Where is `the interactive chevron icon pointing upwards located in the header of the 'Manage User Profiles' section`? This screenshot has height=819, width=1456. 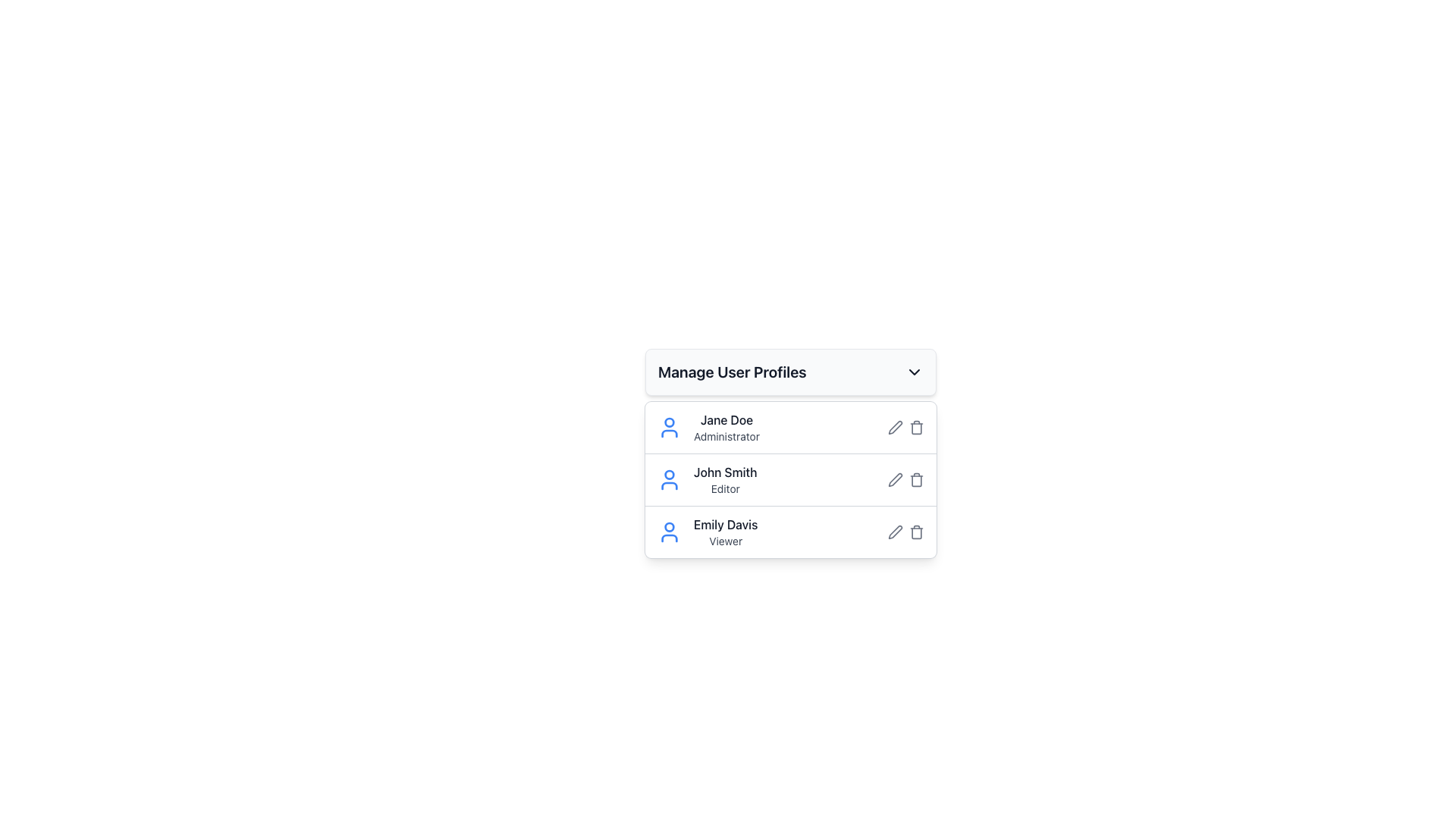 the interactive chevron icon pointing upwards located in the header of the 'Manage User Profiles' section is located at coordinates (913, 372).